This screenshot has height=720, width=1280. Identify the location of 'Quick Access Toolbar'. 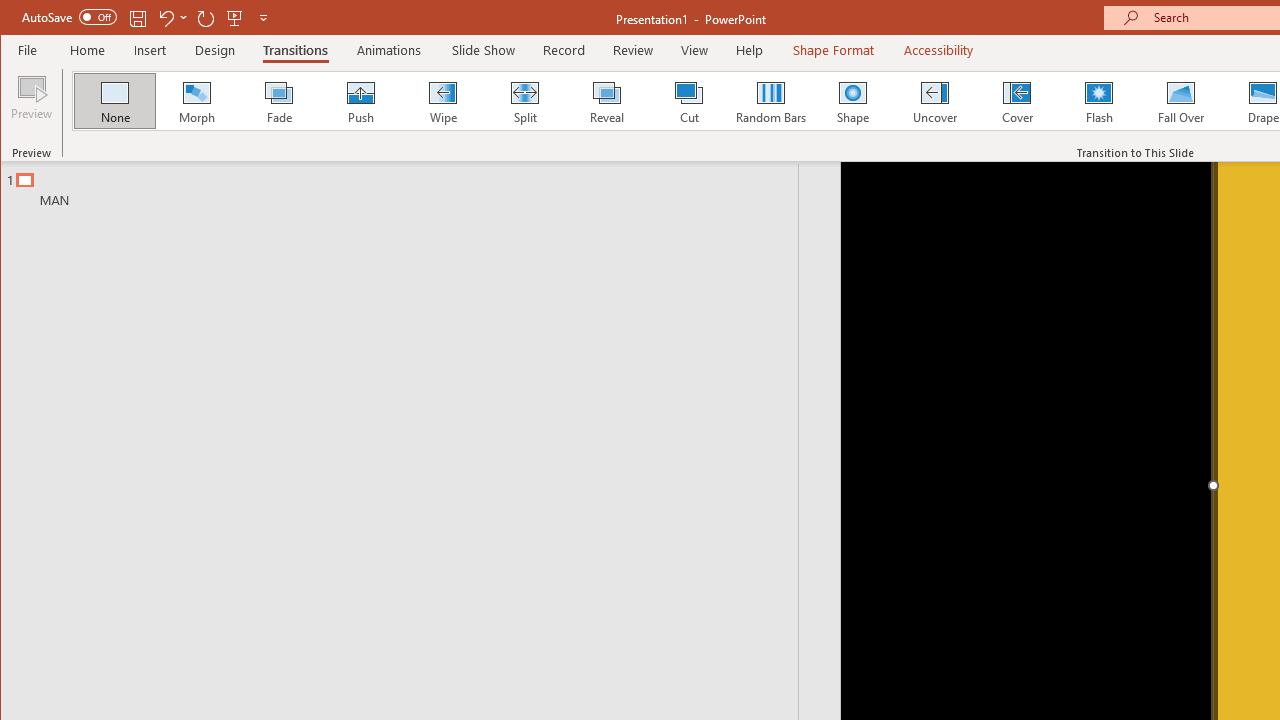
(145, 18).